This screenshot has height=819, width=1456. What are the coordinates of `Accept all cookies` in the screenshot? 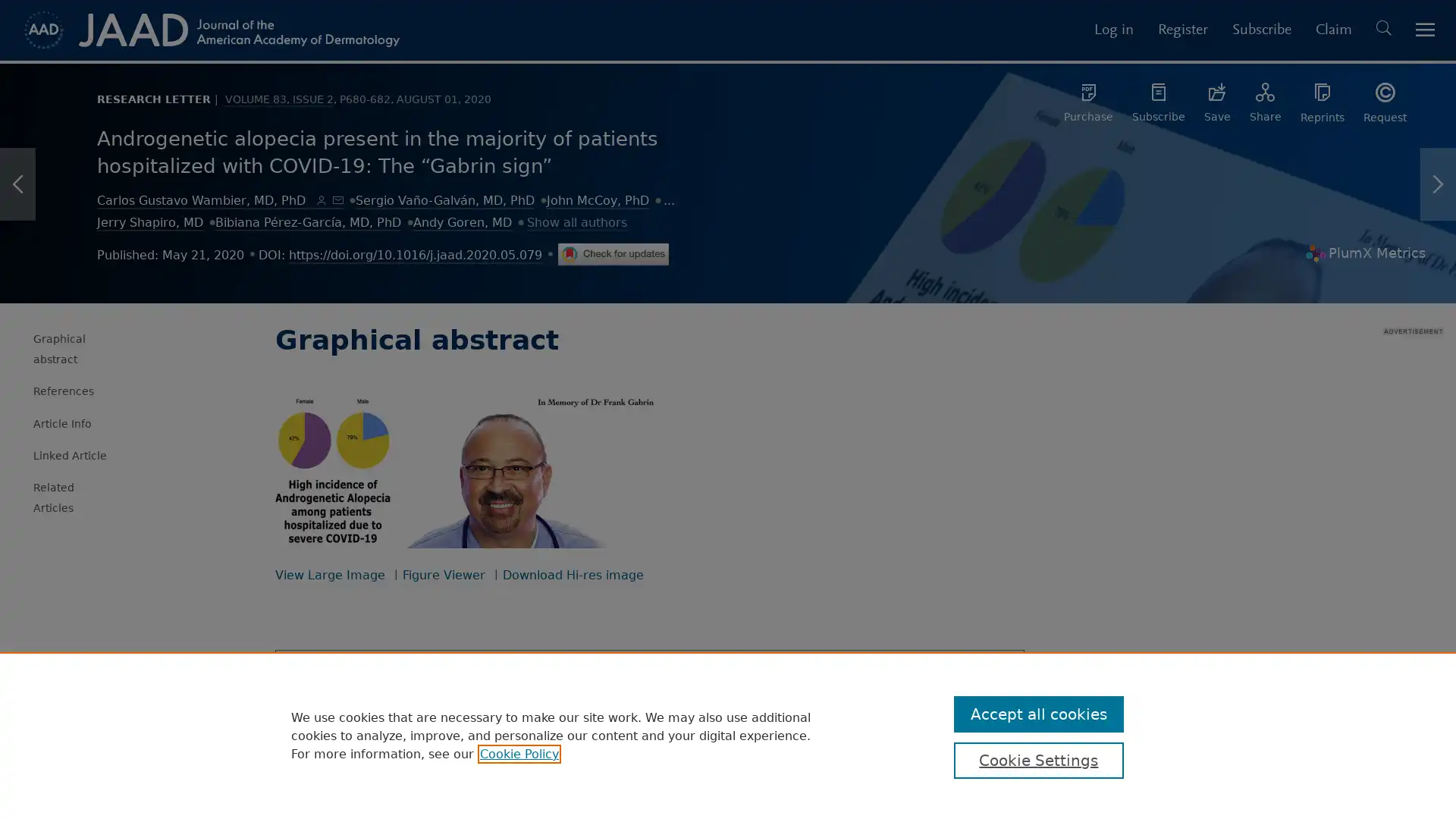 It's located at (1037, 714).